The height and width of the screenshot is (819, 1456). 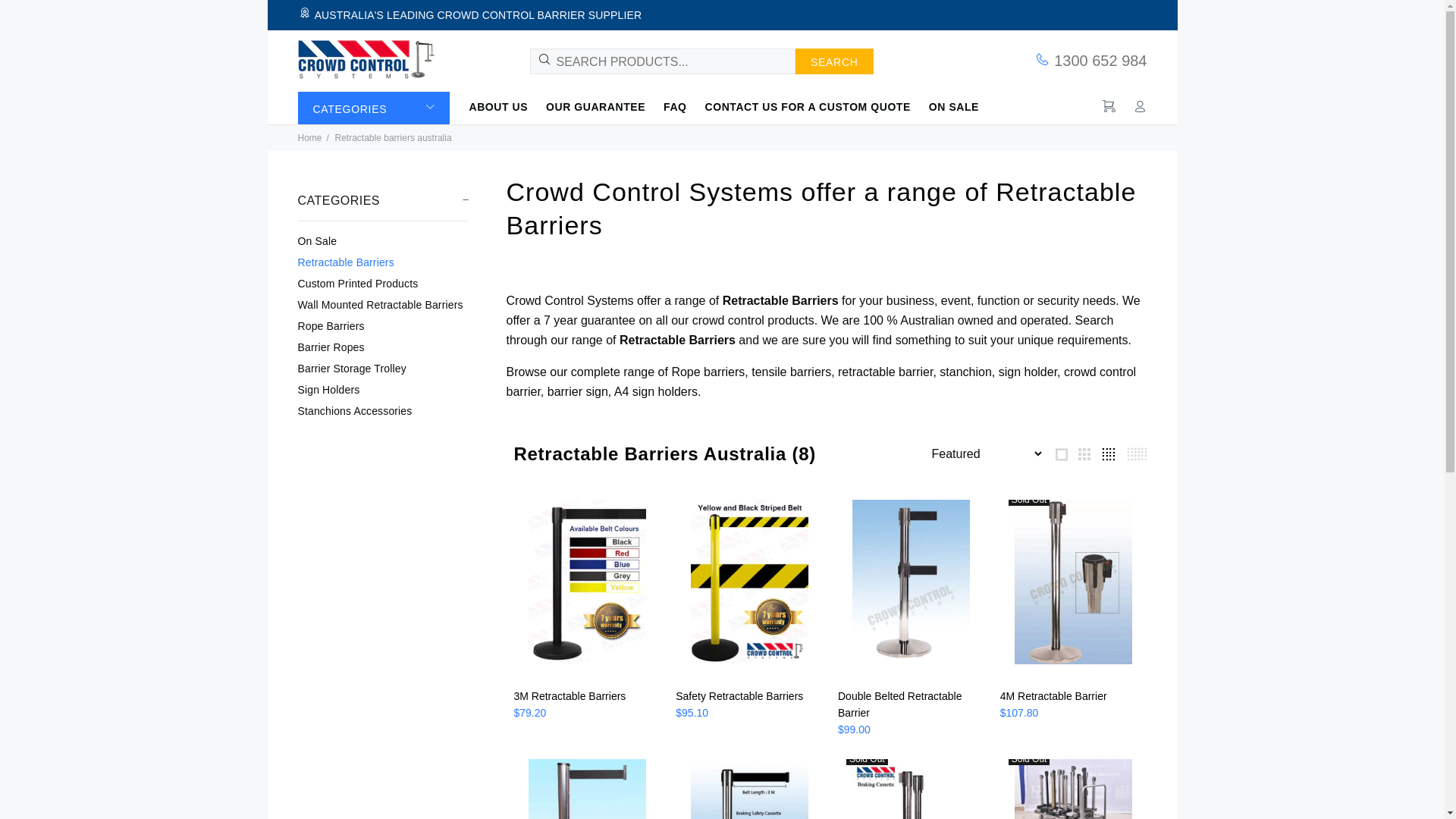 What do you see at coordinates (1053, 696) in the screenshot?
I see `'4M Retractable Barrier'` at bounding box center [1053, 696].